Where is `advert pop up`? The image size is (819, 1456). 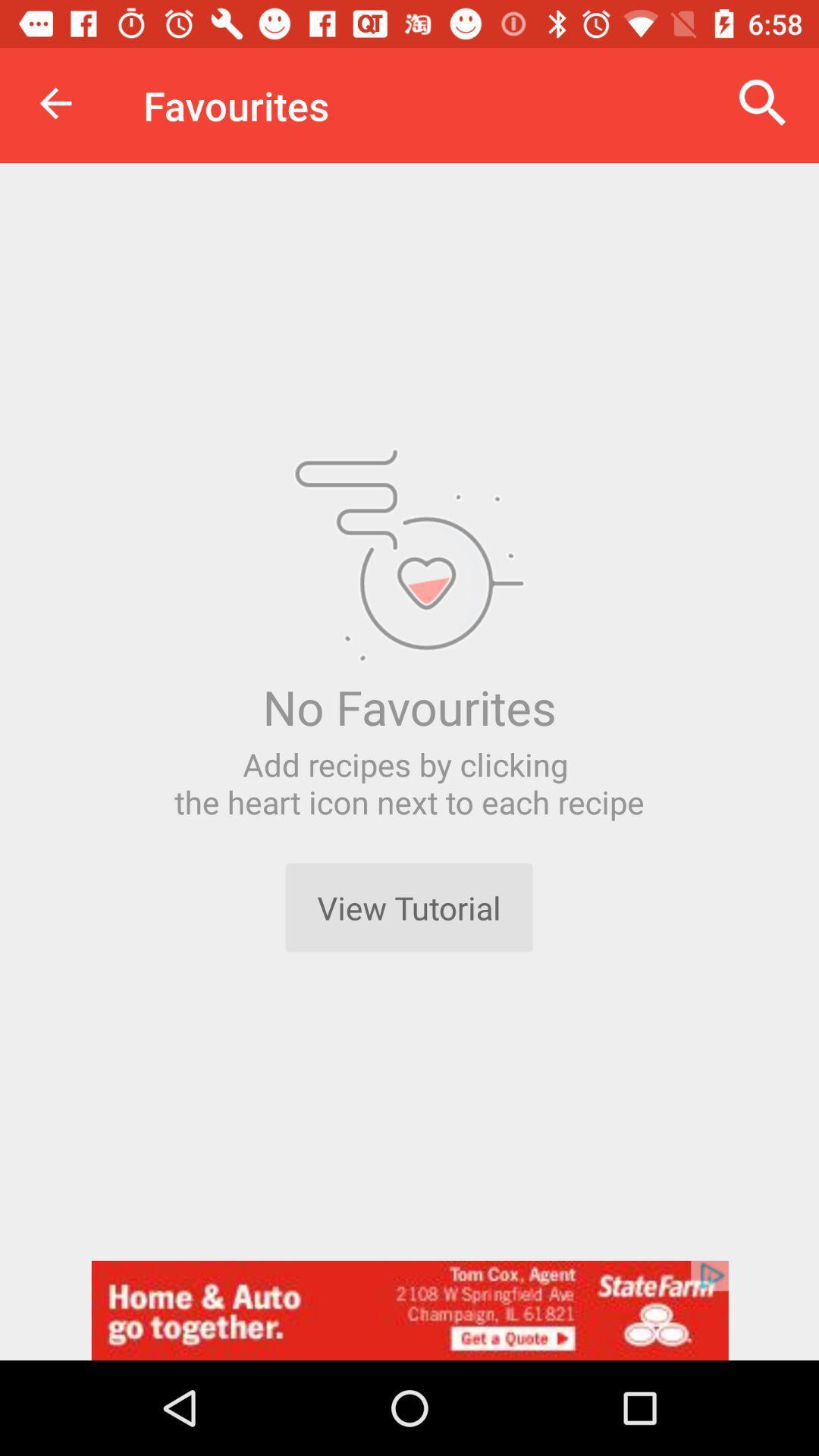 advert pop up is located at coordinates (409, 1310).